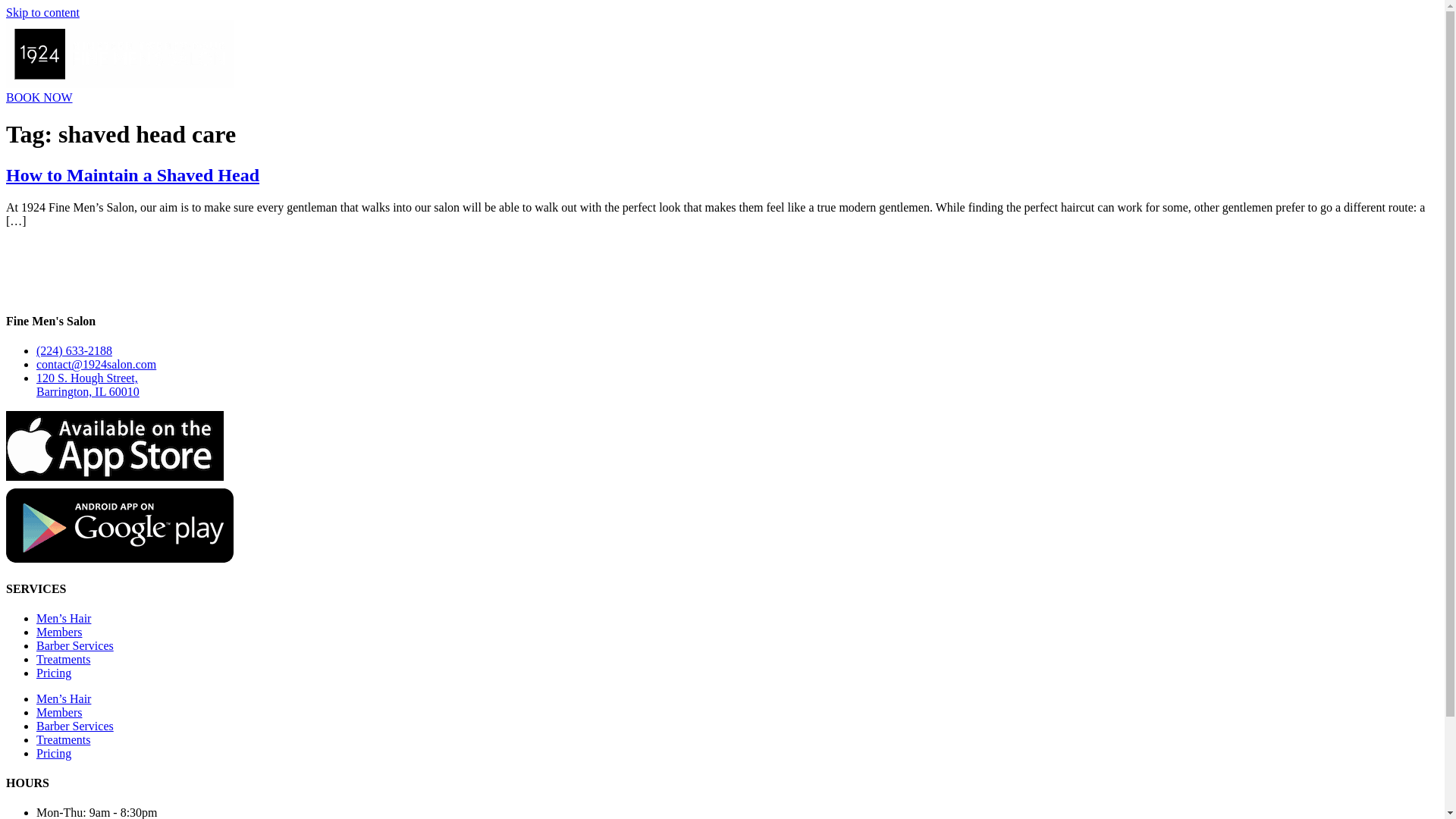 The height and width of the screenshot is (819, 1456). Describe the element at coordinates (132, 174) in the screenshot. I see `'How to Maintain a Shaved Head'` at that location.